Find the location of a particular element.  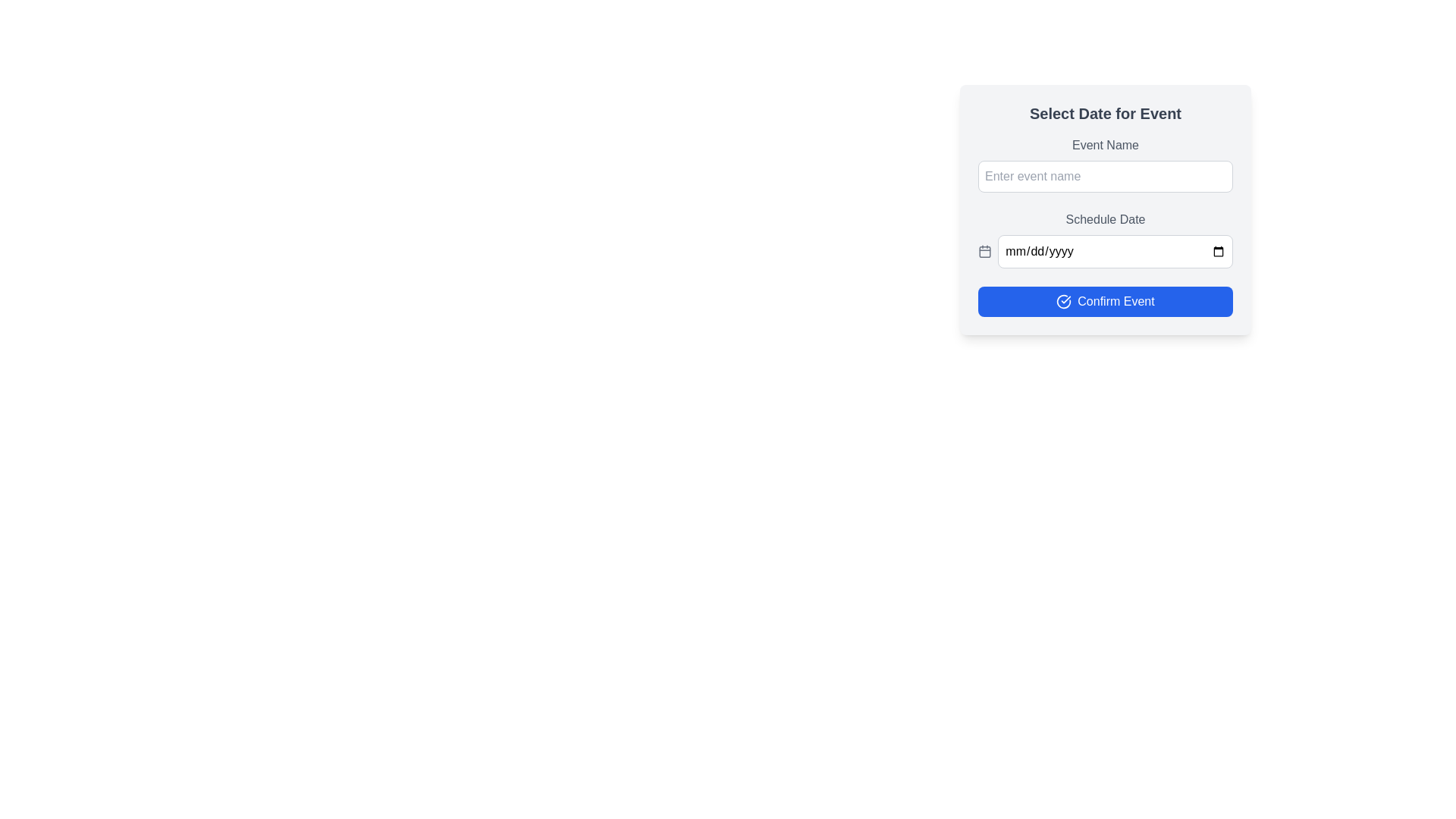

the decorative calendar icon located to the left of the 'mm/dd/yyyy' input field under the 'Schedule Date' label is located at coordinates (985, 251).